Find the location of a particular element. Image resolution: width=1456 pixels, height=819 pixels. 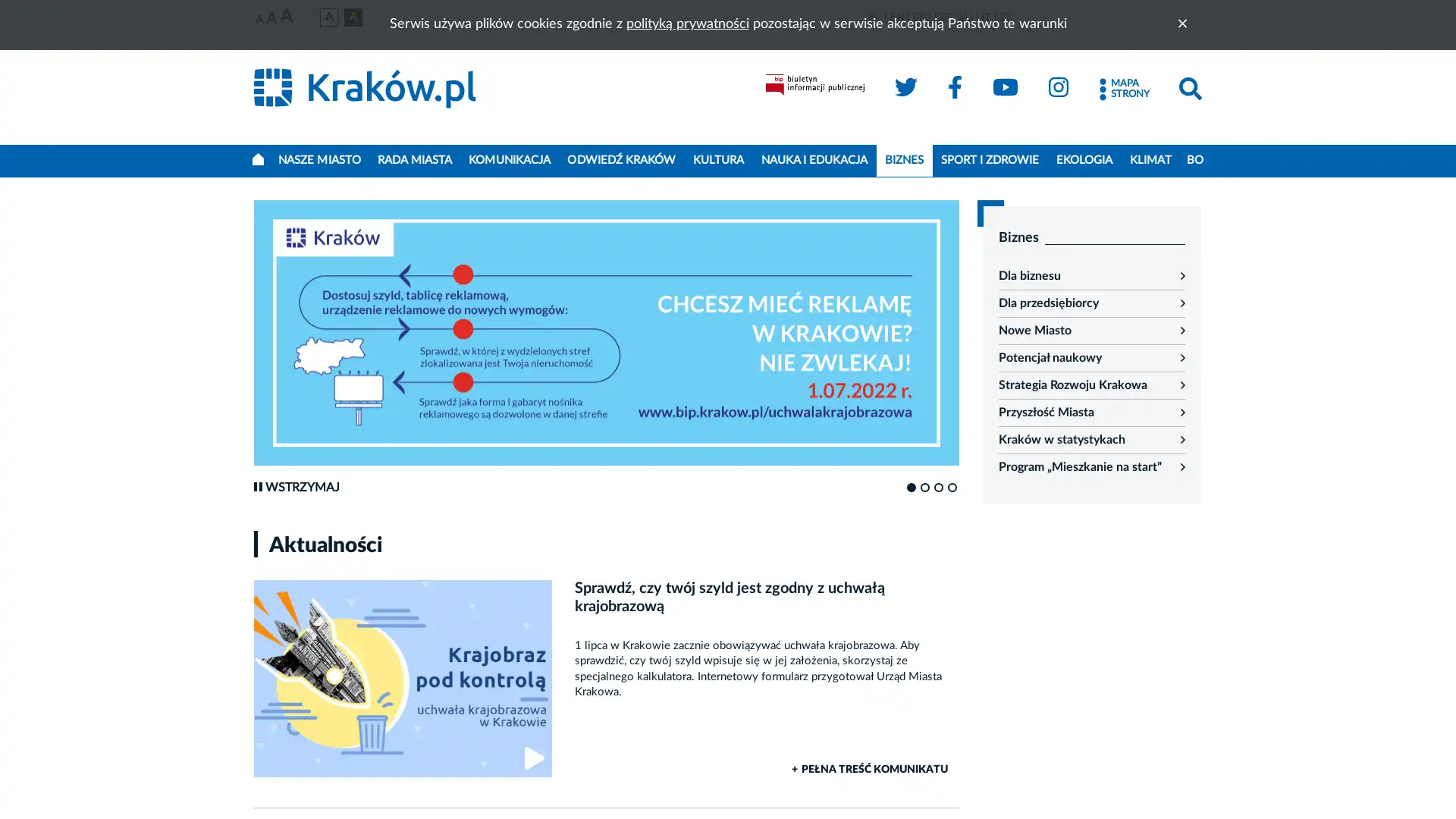

Wersja czarno-zota is located at coordinates (352, 17).